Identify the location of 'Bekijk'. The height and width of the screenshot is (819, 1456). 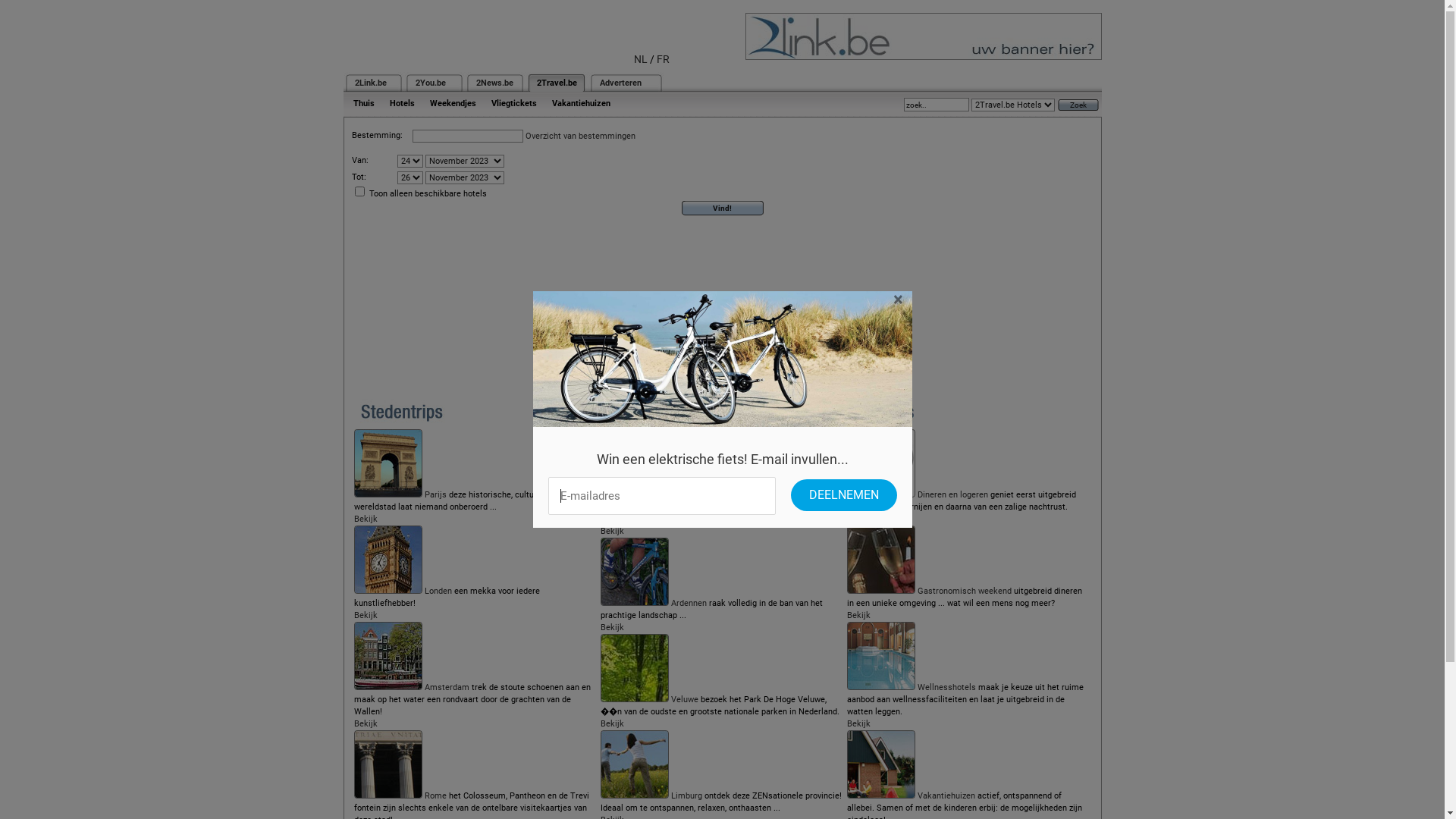
(365, 615).